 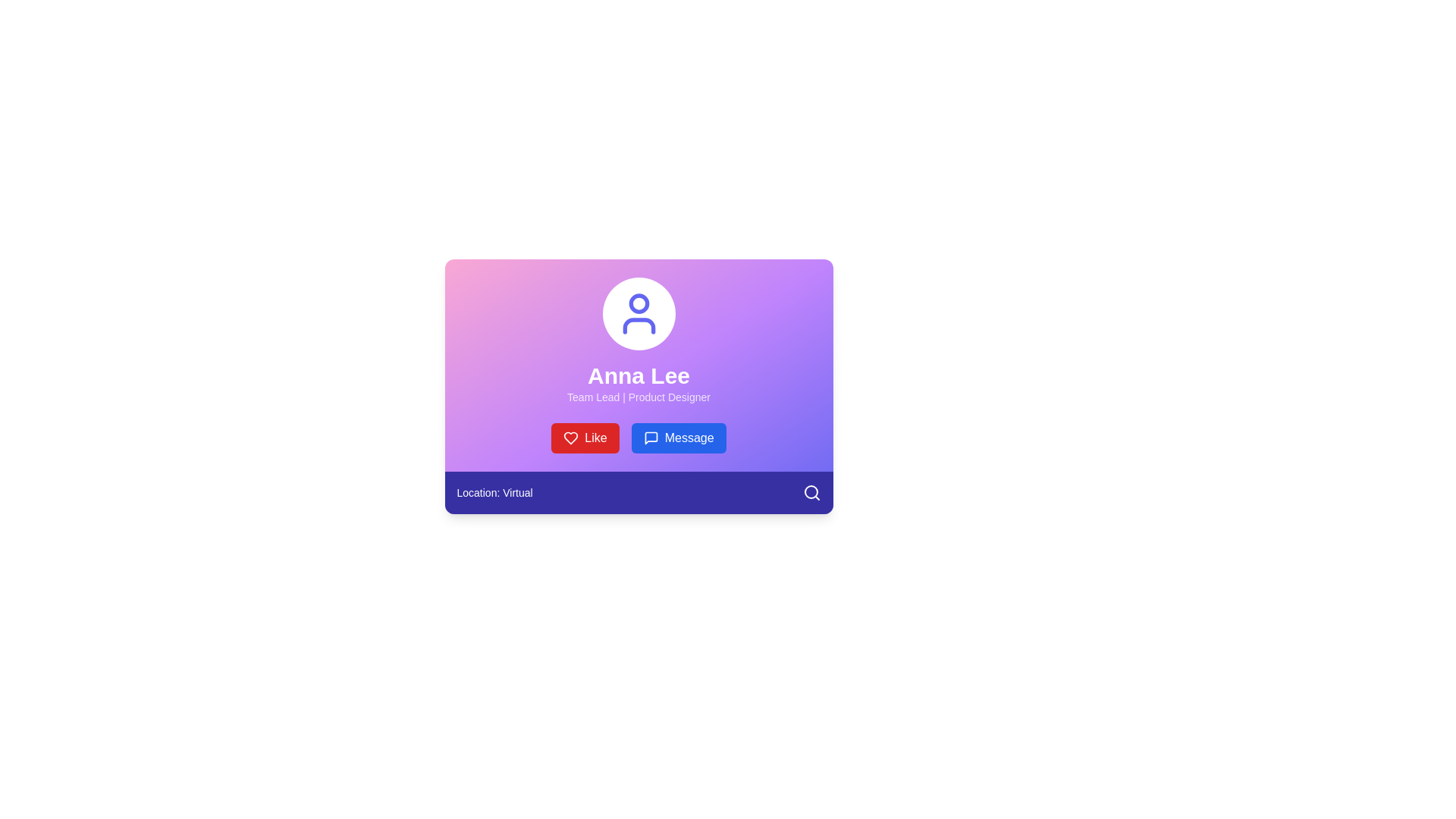 What do you see at coordinates (639, 303) in the screenshot?
I see `the circular graphical decoration located centrally on the face outline of the avatar icon in the user details card` at bounding box center [639, 303].